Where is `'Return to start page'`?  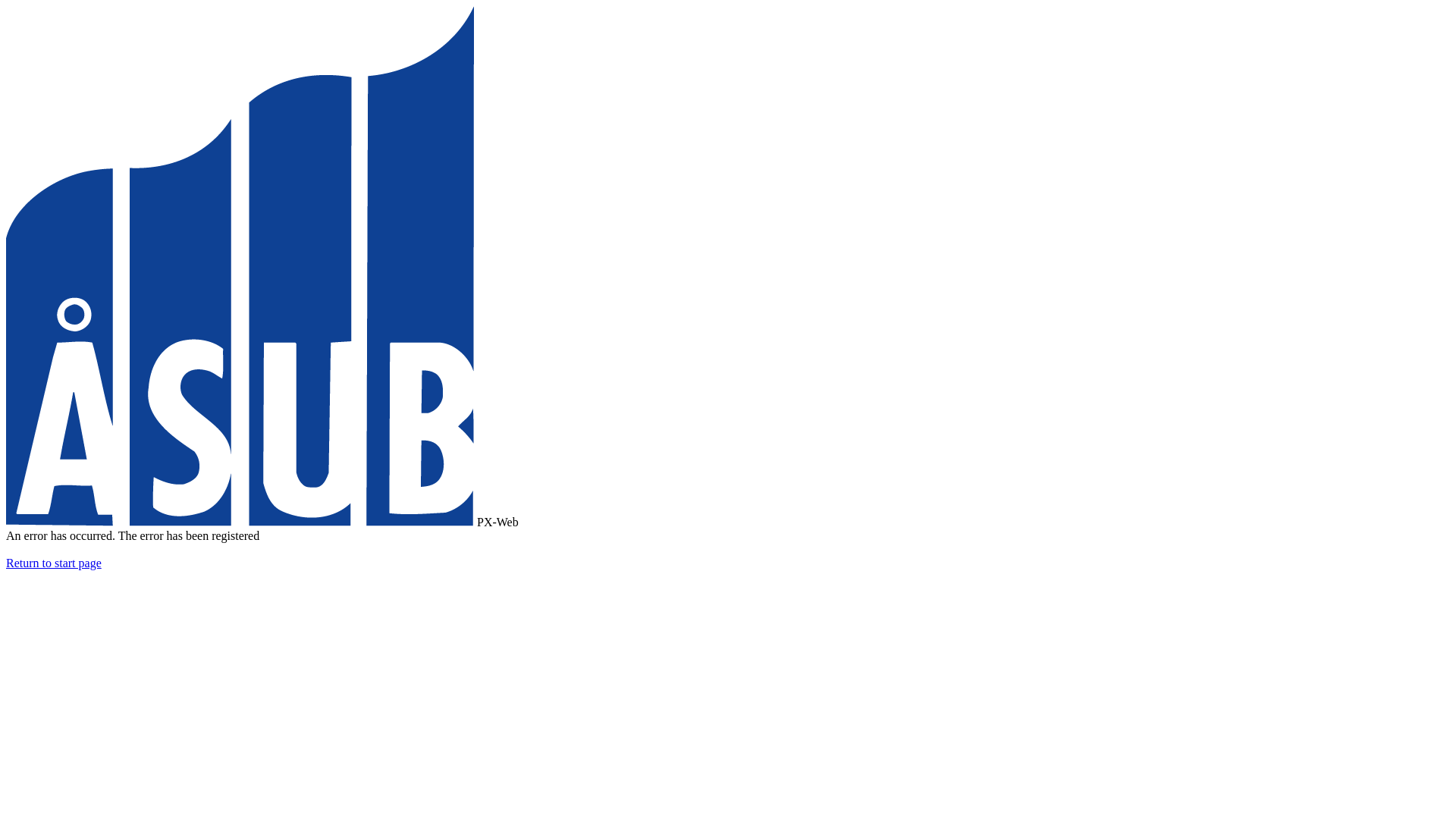 'Return to start page' is located at coordinates (54, 563).